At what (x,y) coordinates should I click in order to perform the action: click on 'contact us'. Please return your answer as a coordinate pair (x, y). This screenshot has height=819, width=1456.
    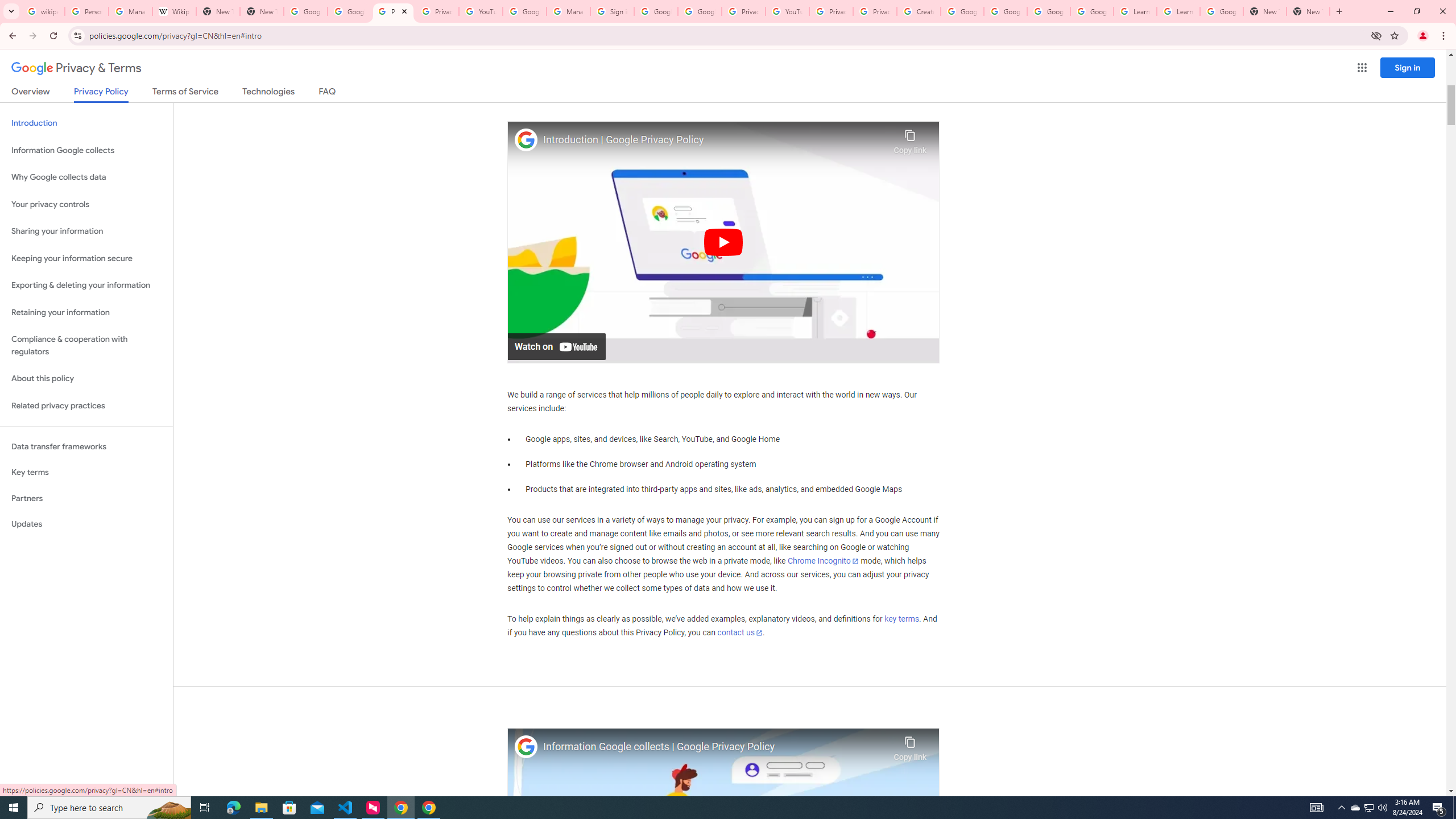
    Looking at the image, I should click on (739, 632).